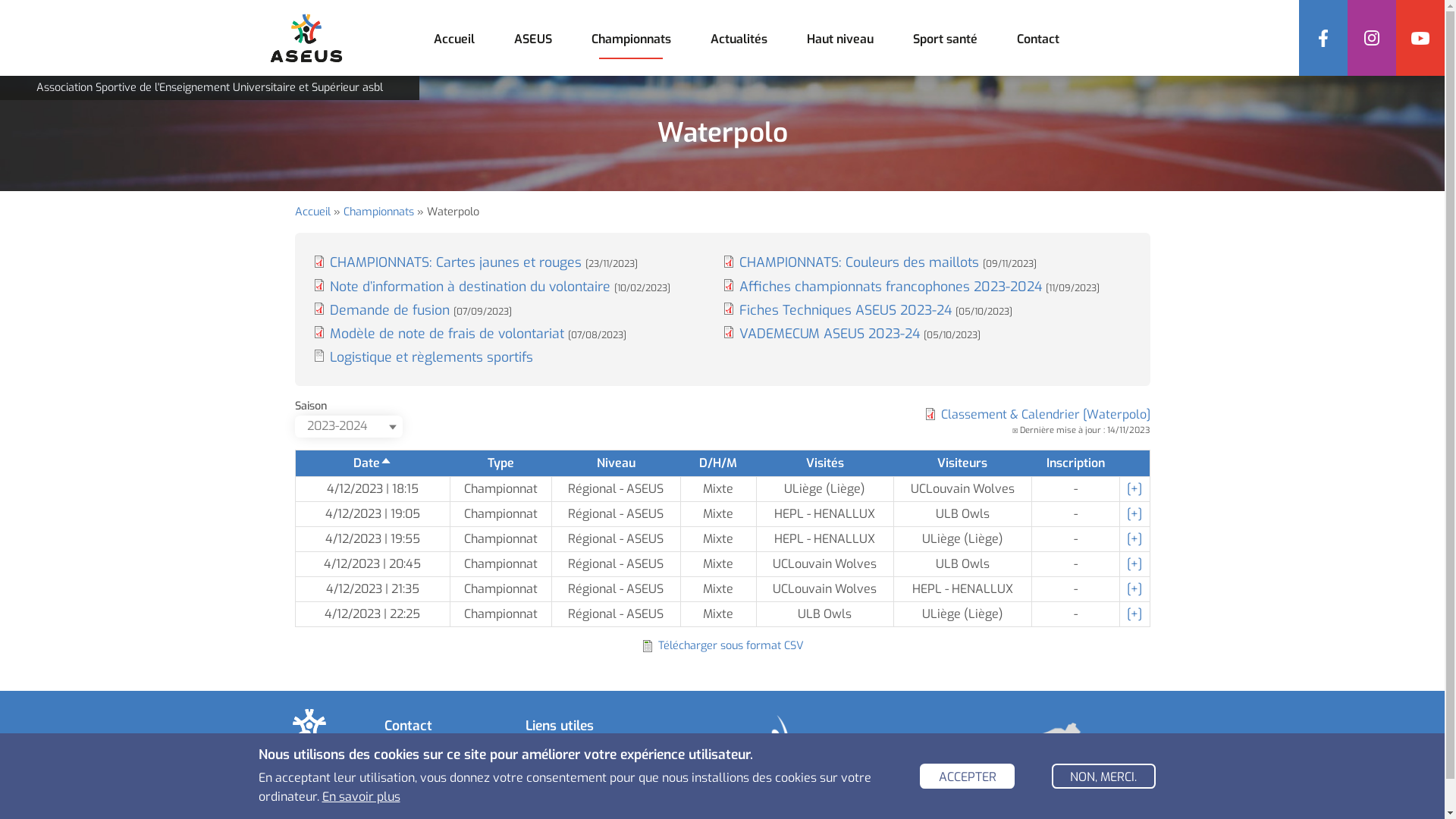 The height and width of the screenshot is (819, 1456). Describe the element at coordinates (500, 462) in the screenshot. I see `'Type'` at that location.